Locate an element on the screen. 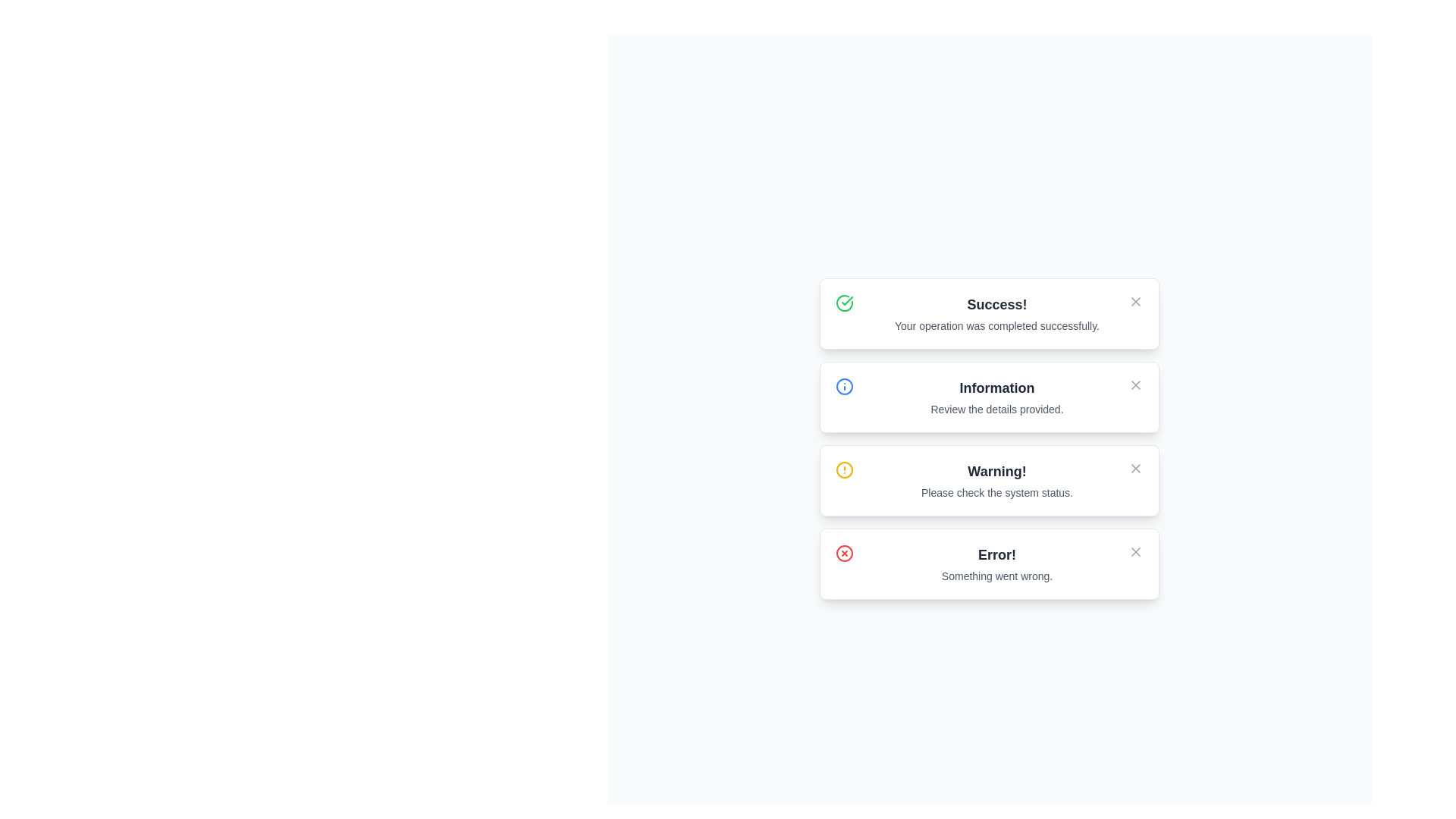 This screenshot has width=1456, height=819. the Notification box containing the header 'Warning!' and the message 'Please check the system status.' is located at coordinates (990, 444).